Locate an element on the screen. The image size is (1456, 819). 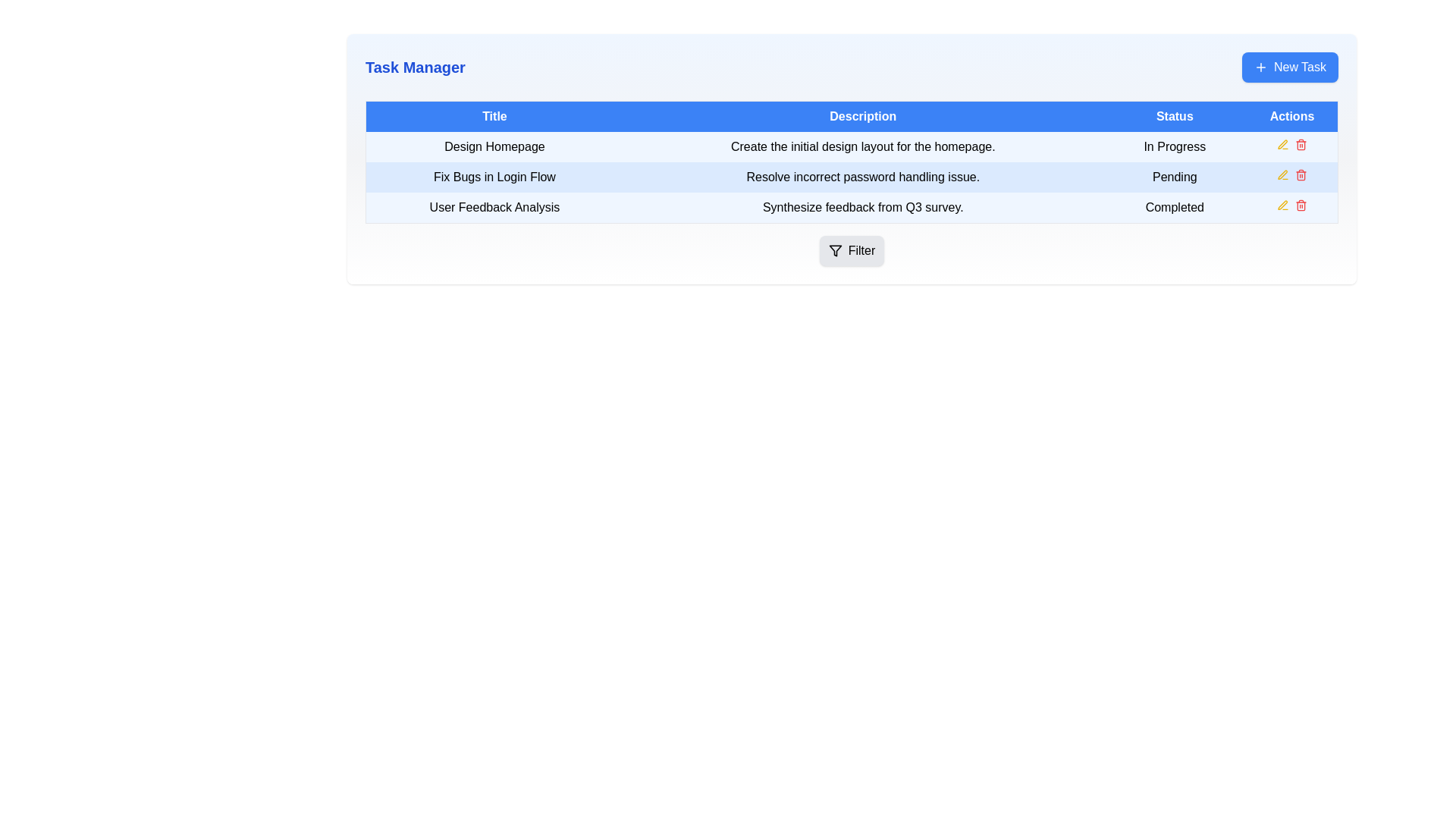
the yellow pen icon in the 'Actions' column associated with the 'Design Homepage' row is located at coordinates (1282, 174).